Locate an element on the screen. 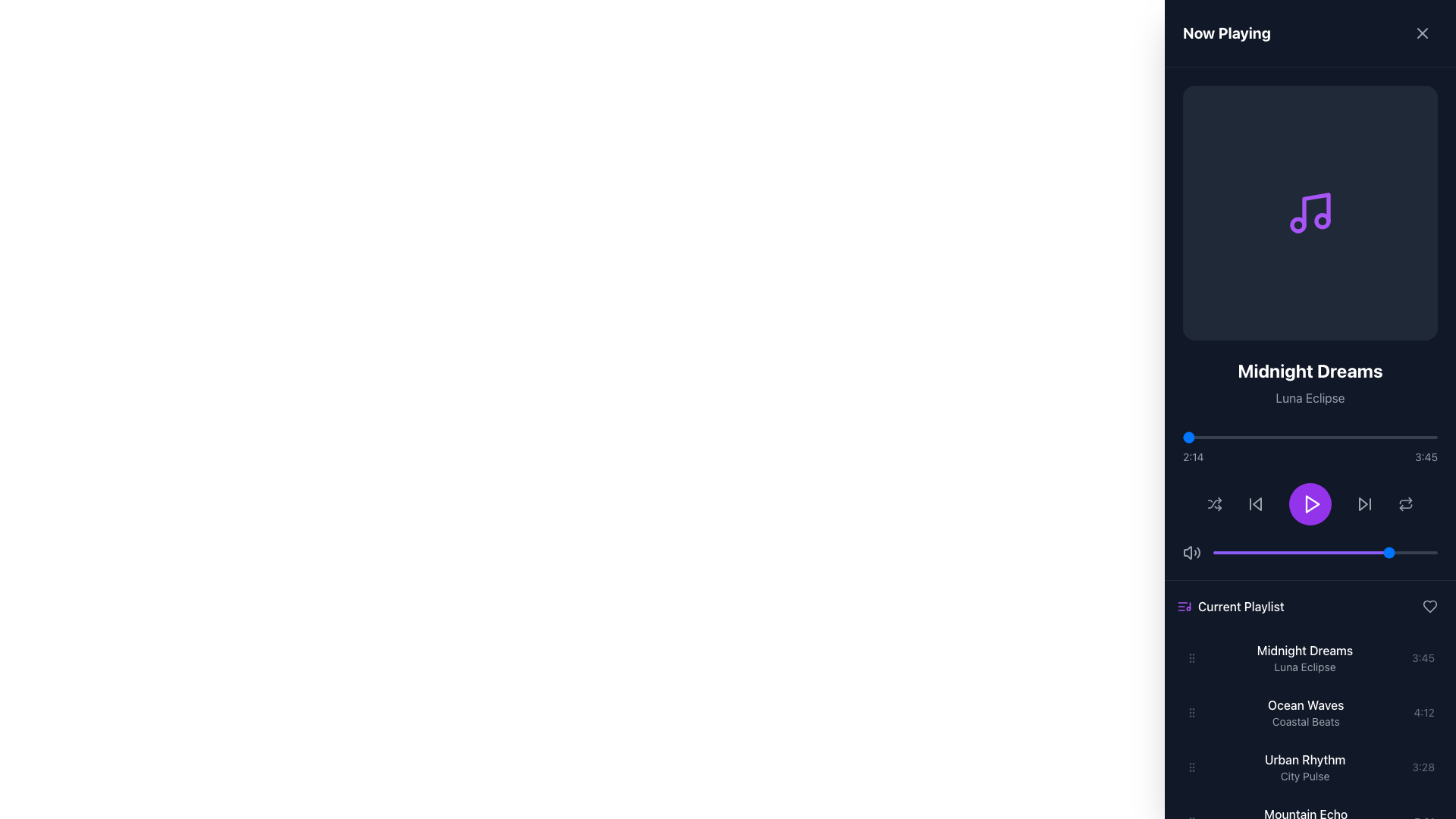  the playback progress is located at coordinates (1322, 438).